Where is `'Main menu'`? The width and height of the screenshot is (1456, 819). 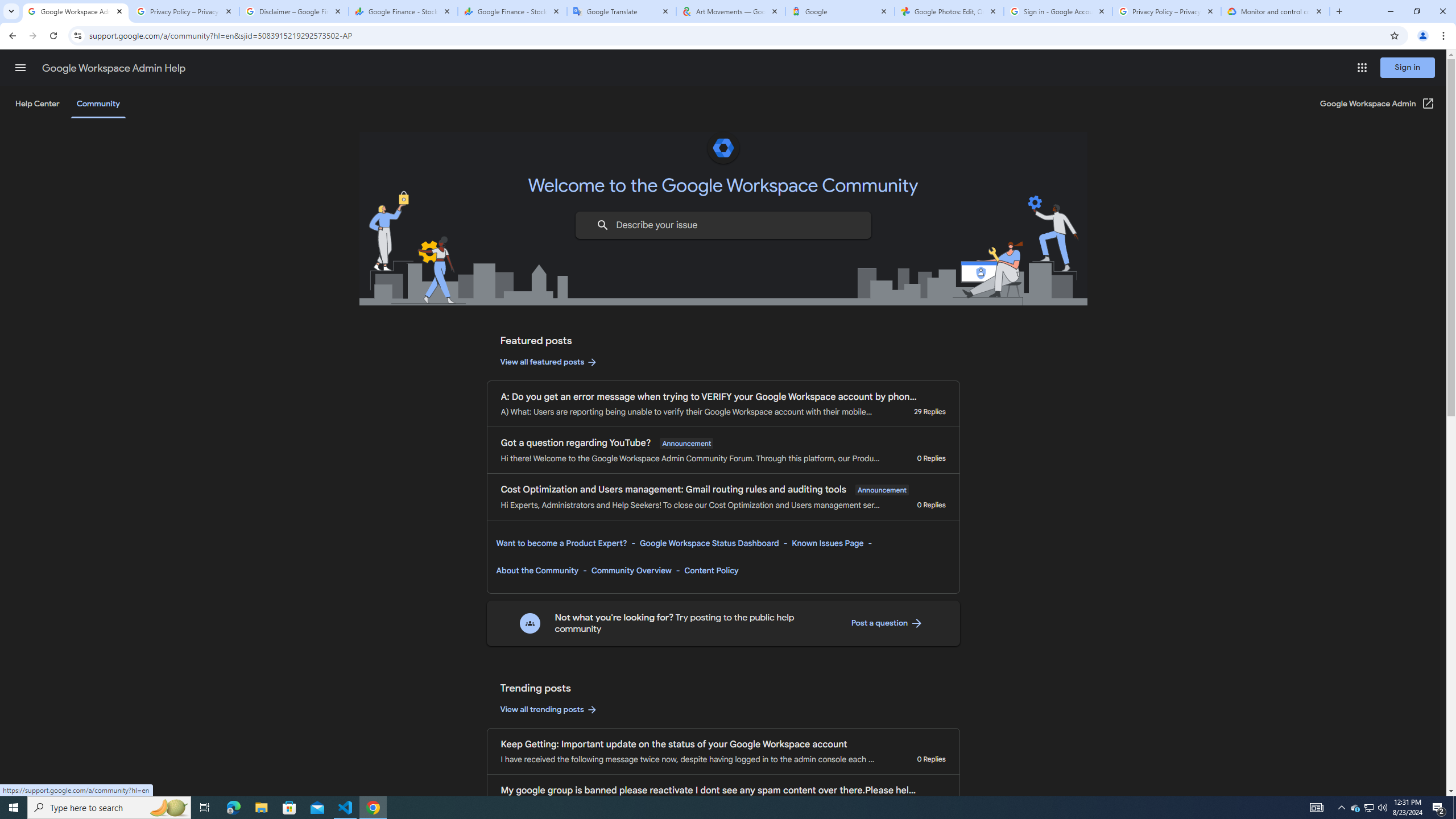
'Main menu' is located at coordinates (19, 67).